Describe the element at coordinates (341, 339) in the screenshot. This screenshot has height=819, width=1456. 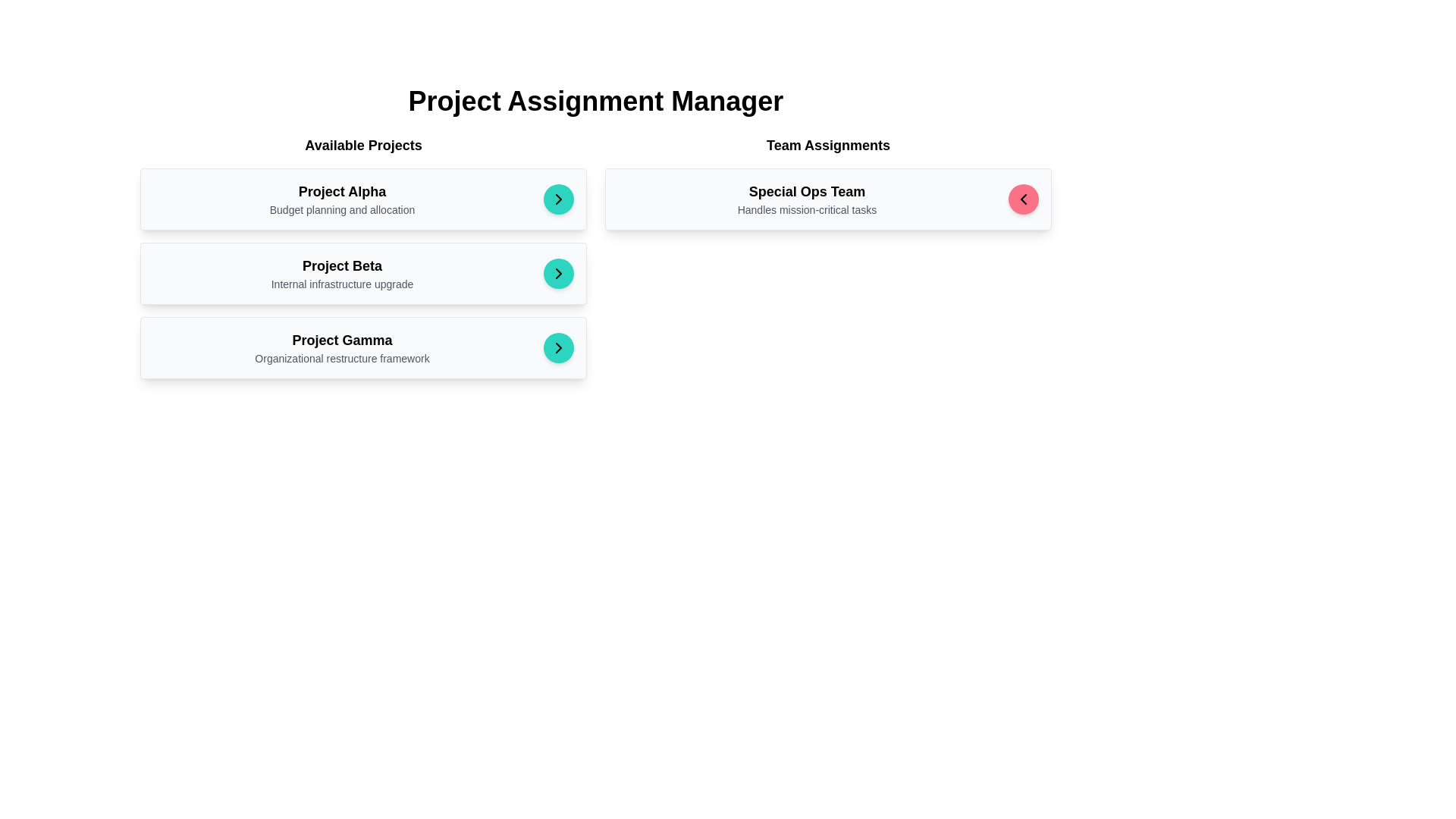
I see `the static text that reads 'Project Gamma' in the third row of the 'Available Projects' section` at that location.